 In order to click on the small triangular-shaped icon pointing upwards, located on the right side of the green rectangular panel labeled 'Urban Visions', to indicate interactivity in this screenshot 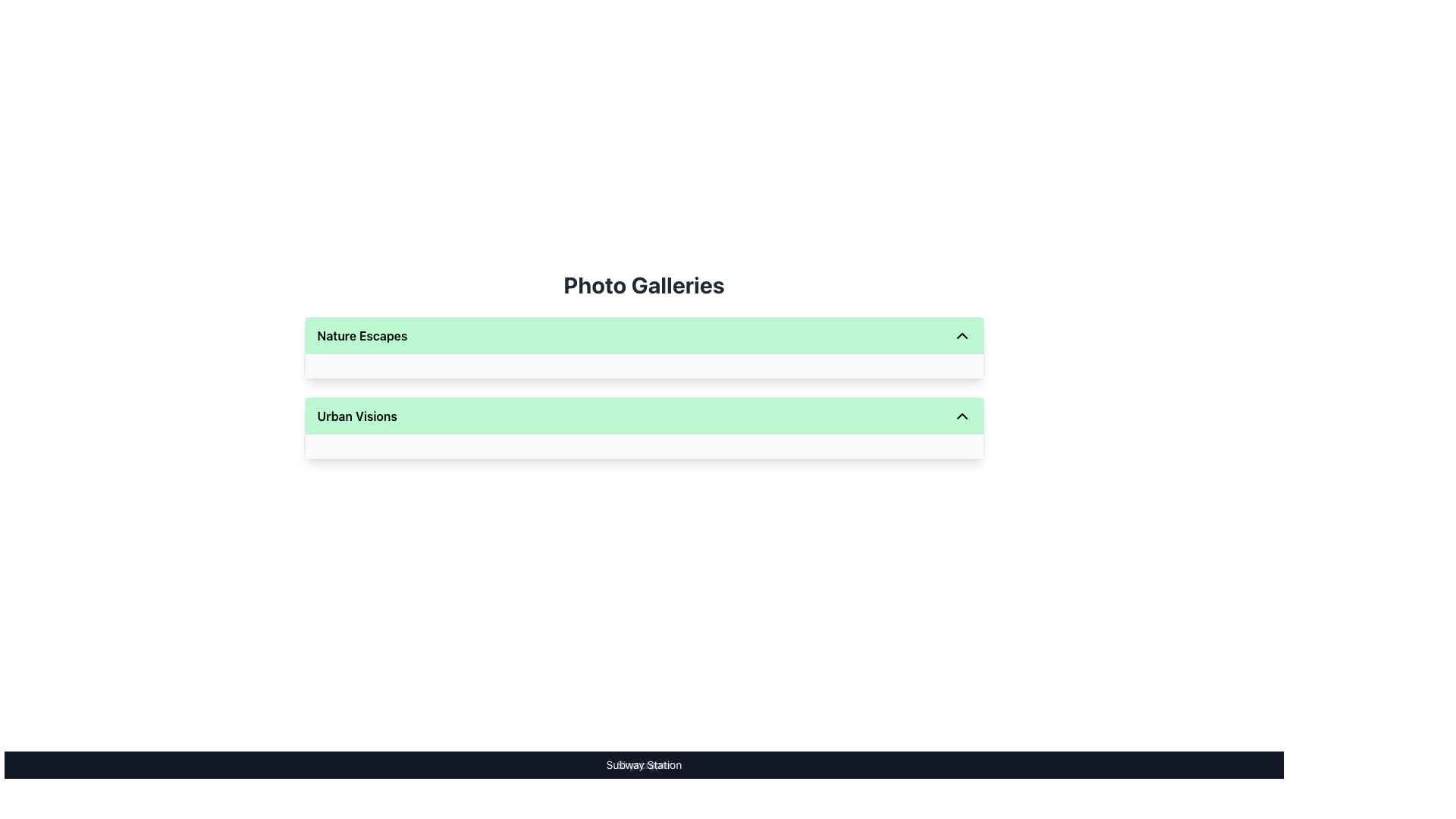, I will do `click(961, 416)`.